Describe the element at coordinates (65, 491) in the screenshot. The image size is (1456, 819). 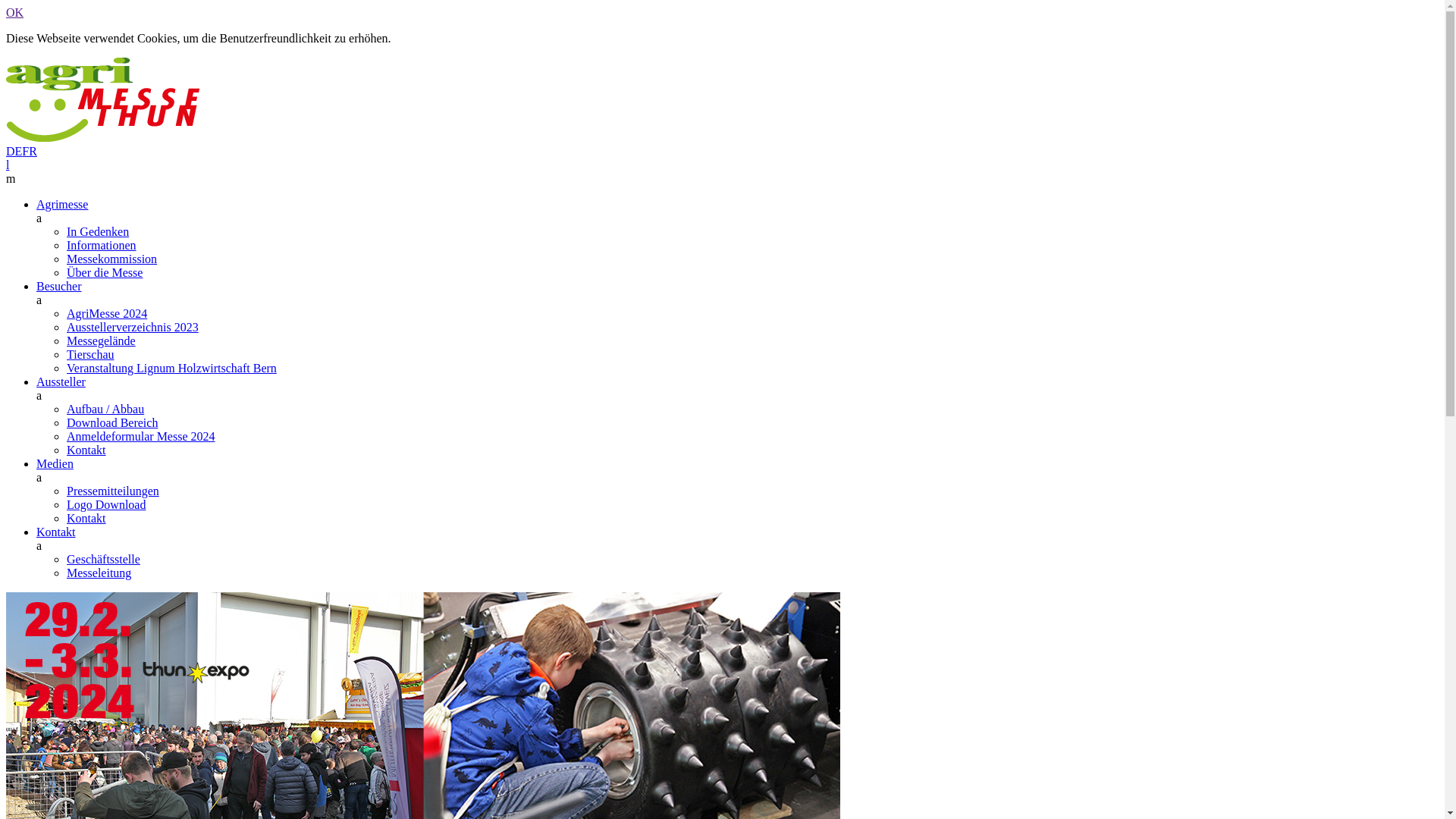
I see `'Pressemitteilungen'` at that location.